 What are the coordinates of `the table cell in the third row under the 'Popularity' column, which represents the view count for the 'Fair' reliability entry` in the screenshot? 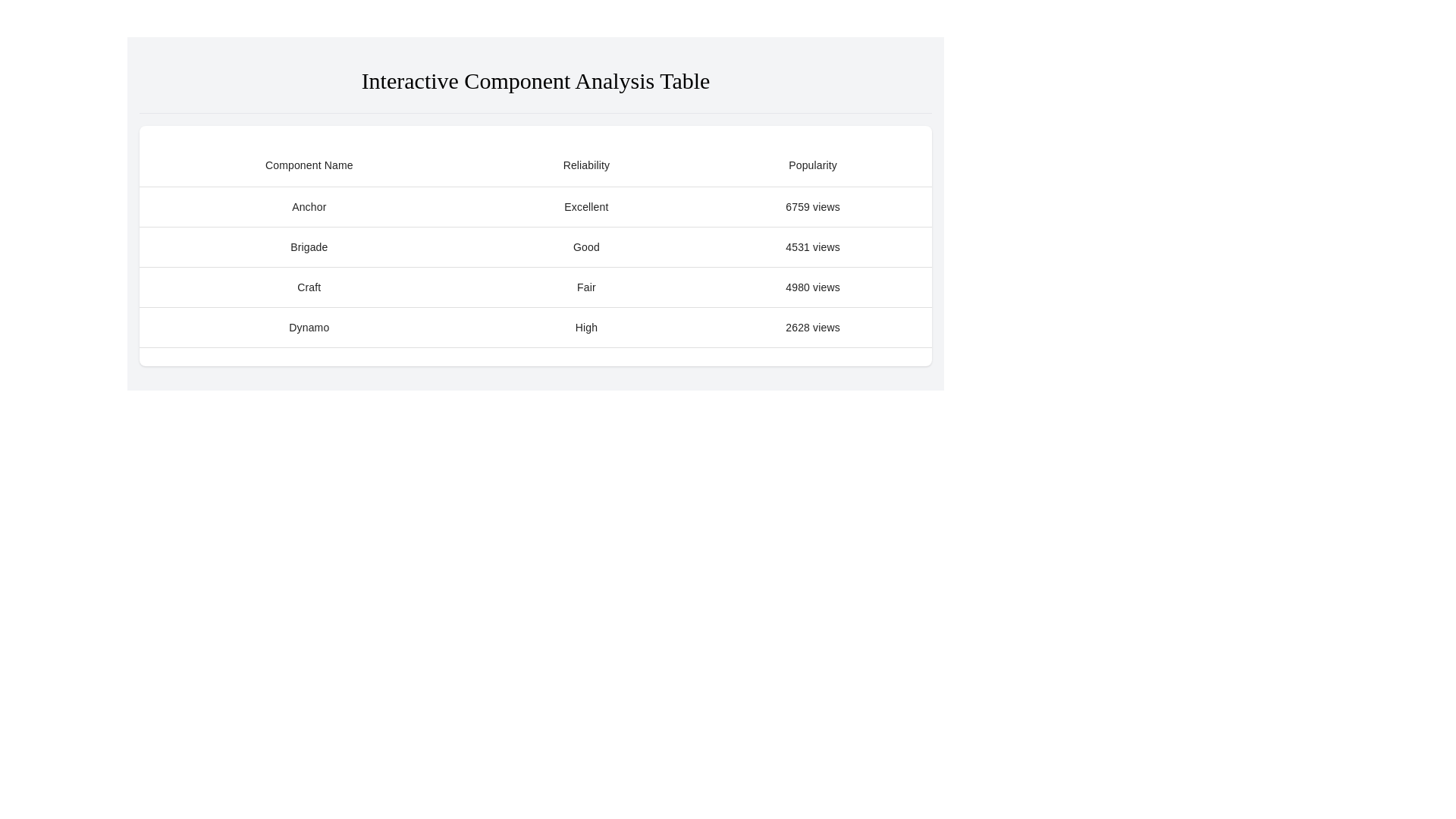 It's located at (812, 287).